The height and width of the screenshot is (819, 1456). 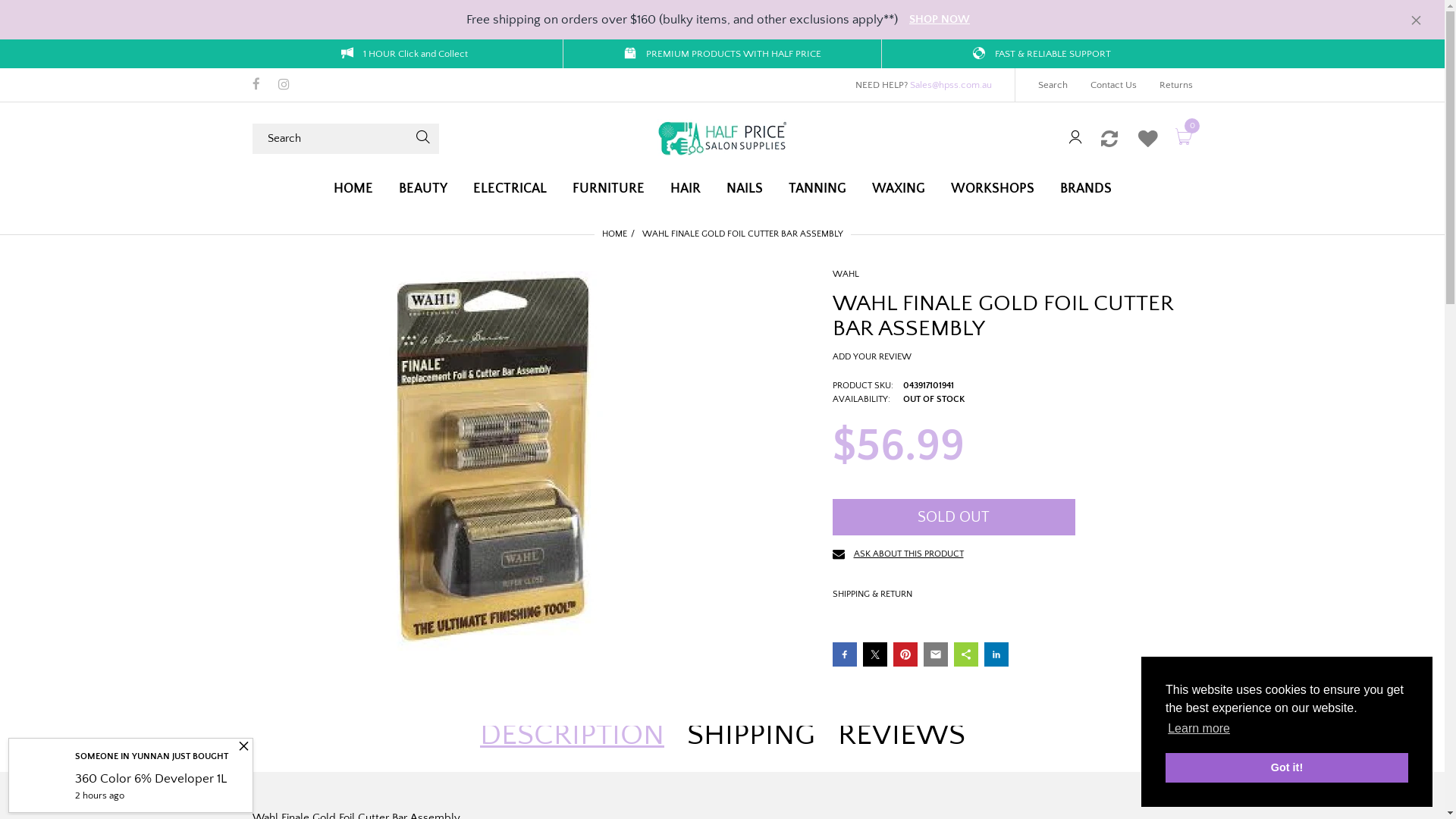 I want to click on 'DESCRIPTION', so click(x=570, y=733).